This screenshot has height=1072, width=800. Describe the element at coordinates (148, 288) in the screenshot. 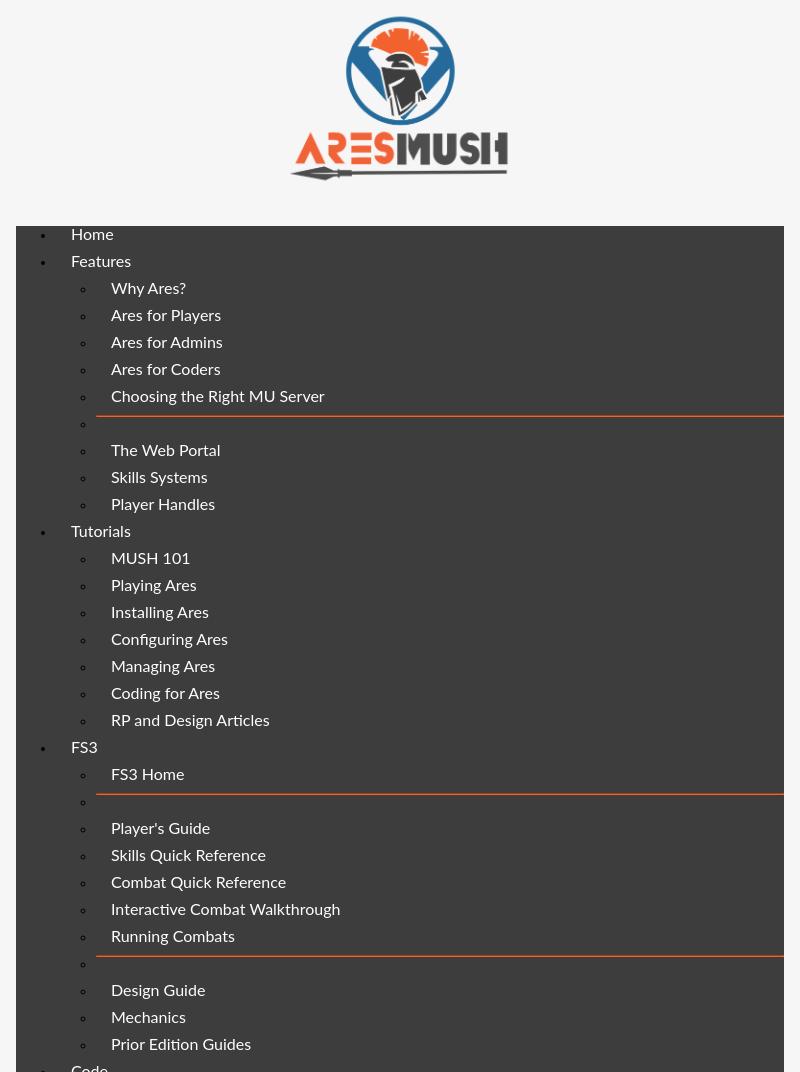

I see `'Why Ares?'` at that location.